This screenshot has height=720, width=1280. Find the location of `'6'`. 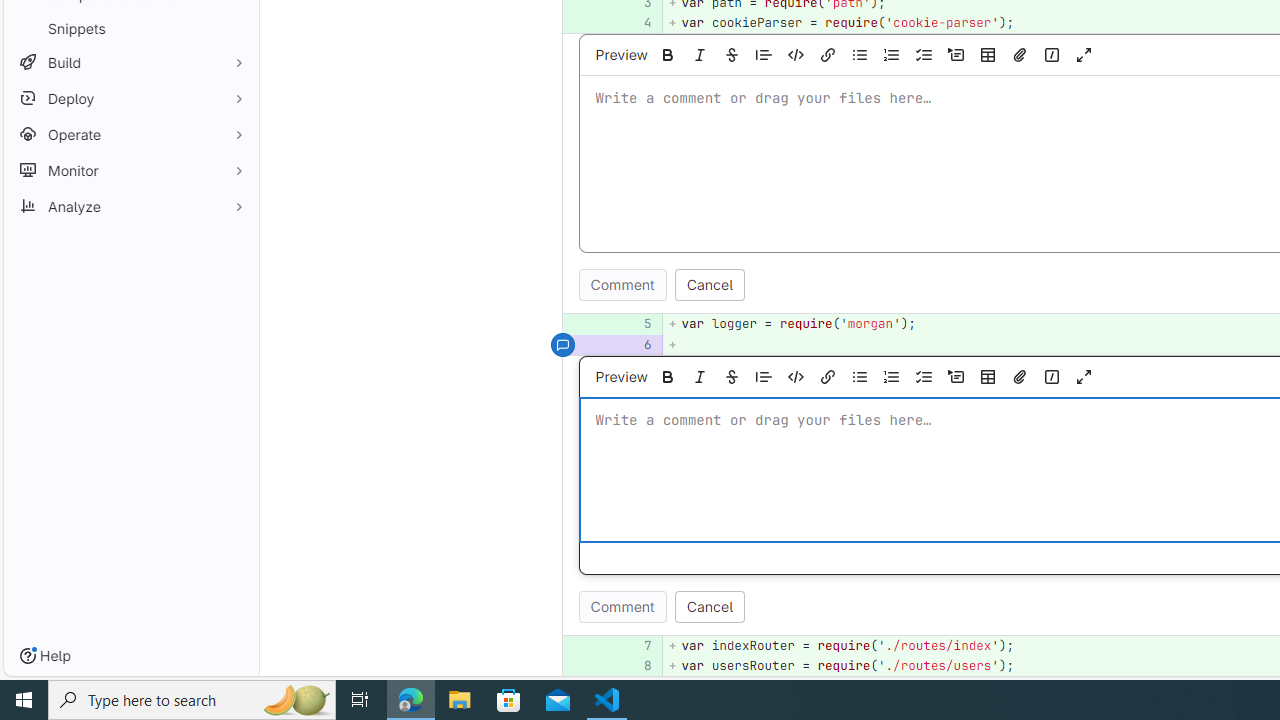

'6' is located at coordinates (633, 343).